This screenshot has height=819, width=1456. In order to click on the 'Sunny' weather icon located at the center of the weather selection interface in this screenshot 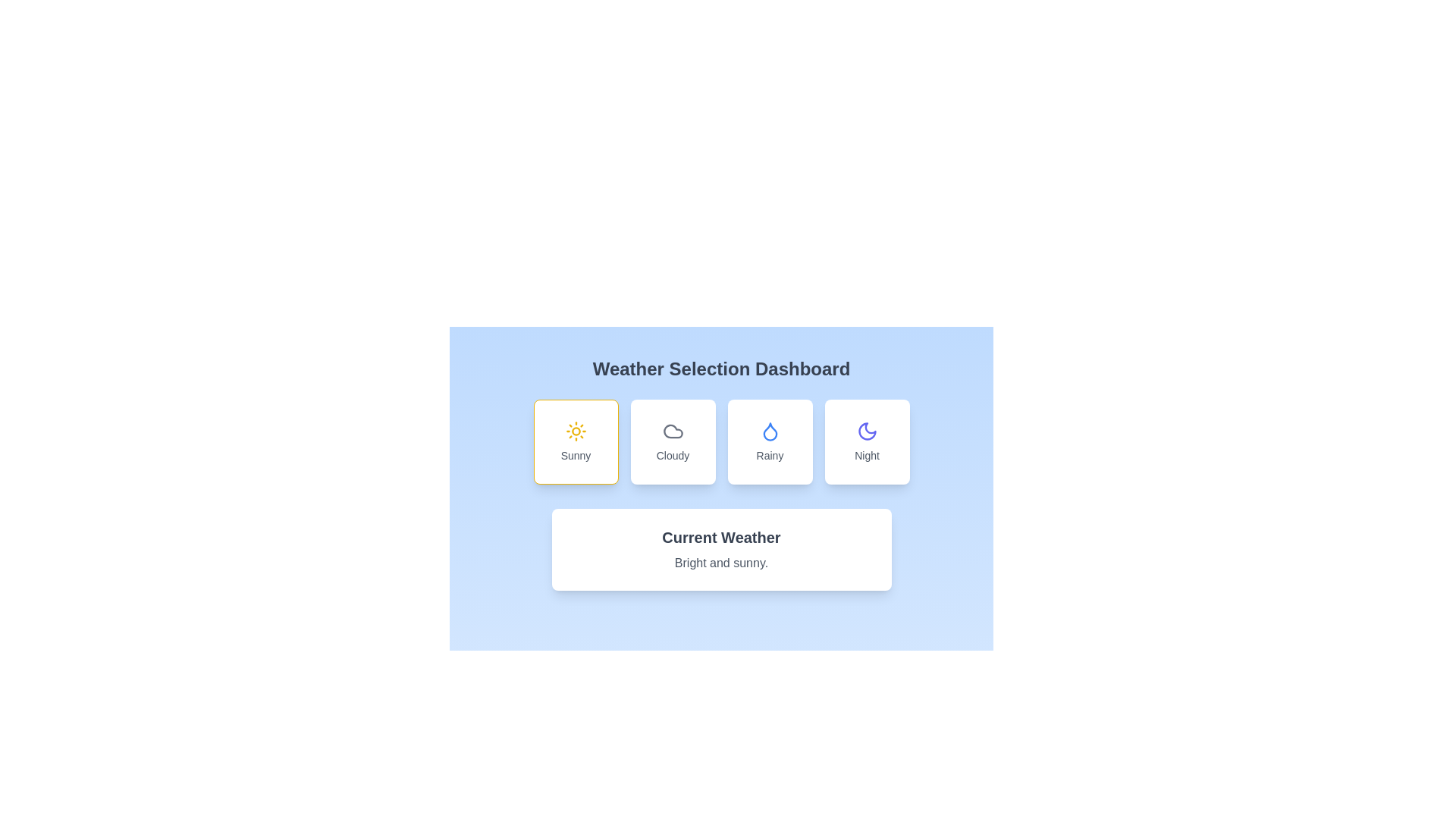, I will do `click(575, 431)`.